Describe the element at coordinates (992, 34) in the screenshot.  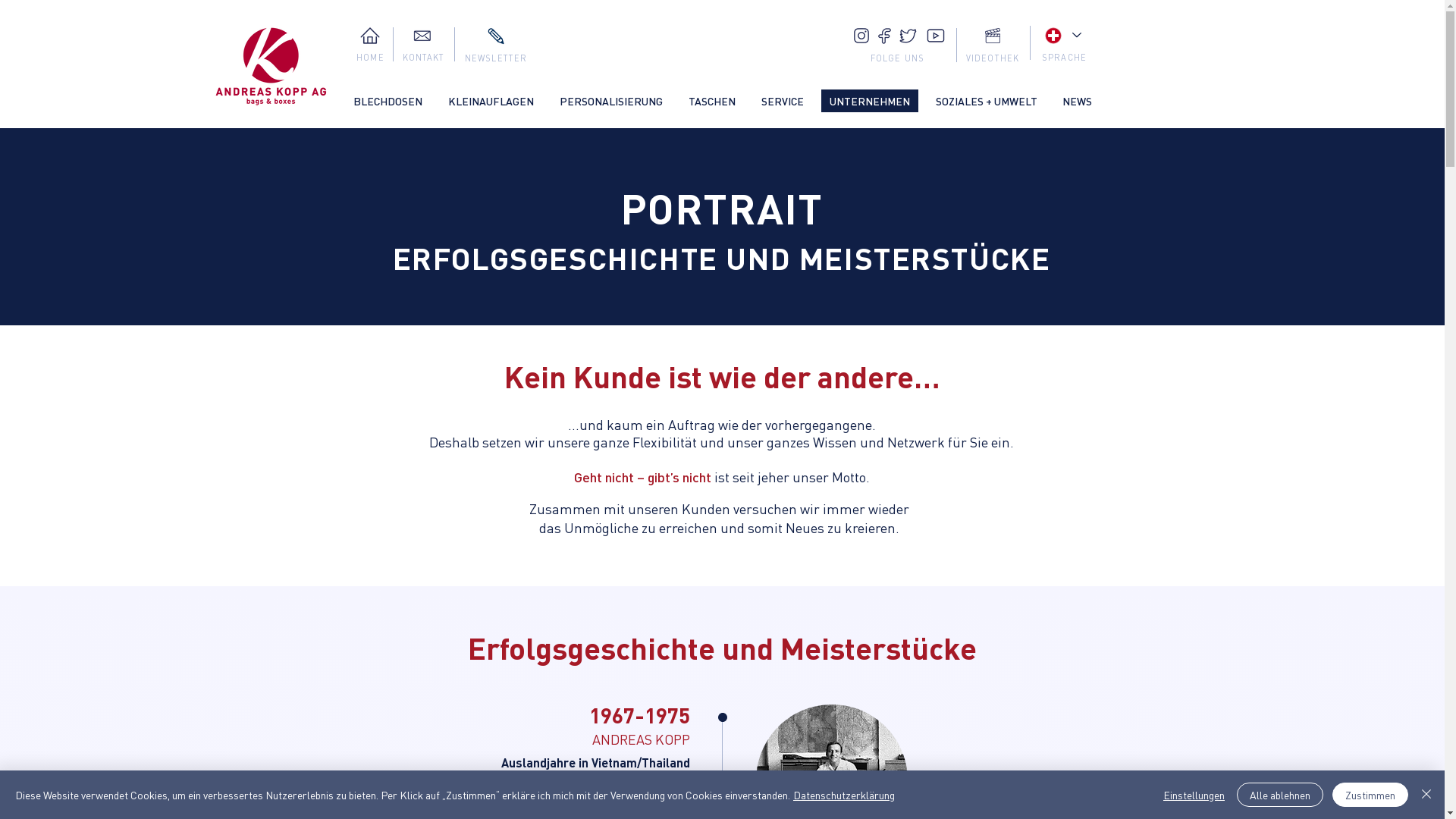
I see `'Videothek'` at that location.